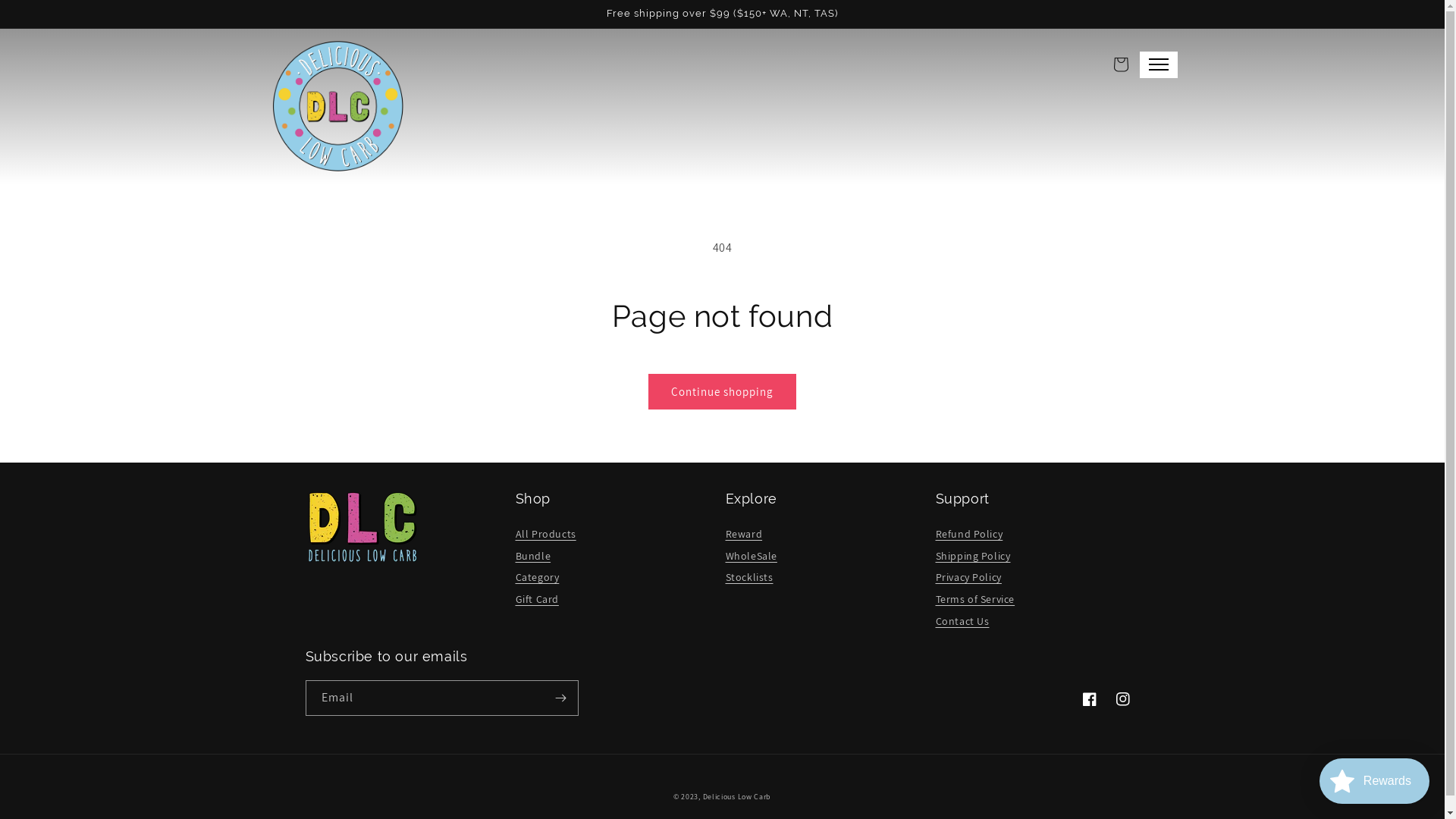 This screenshot has width=1456, height=819. I want to click on 'Stocklists', so click(748, 577).